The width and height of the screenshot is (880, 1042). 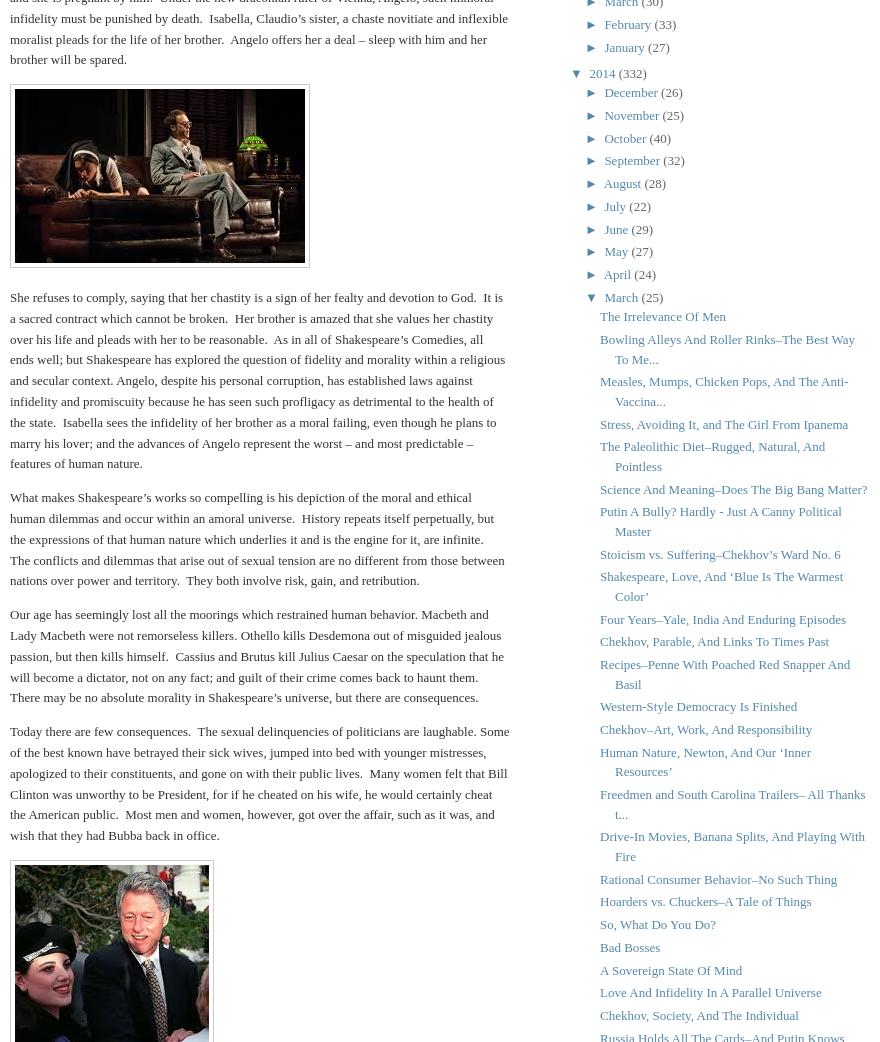 I want to click on 'July', so click(x=603, y=204).